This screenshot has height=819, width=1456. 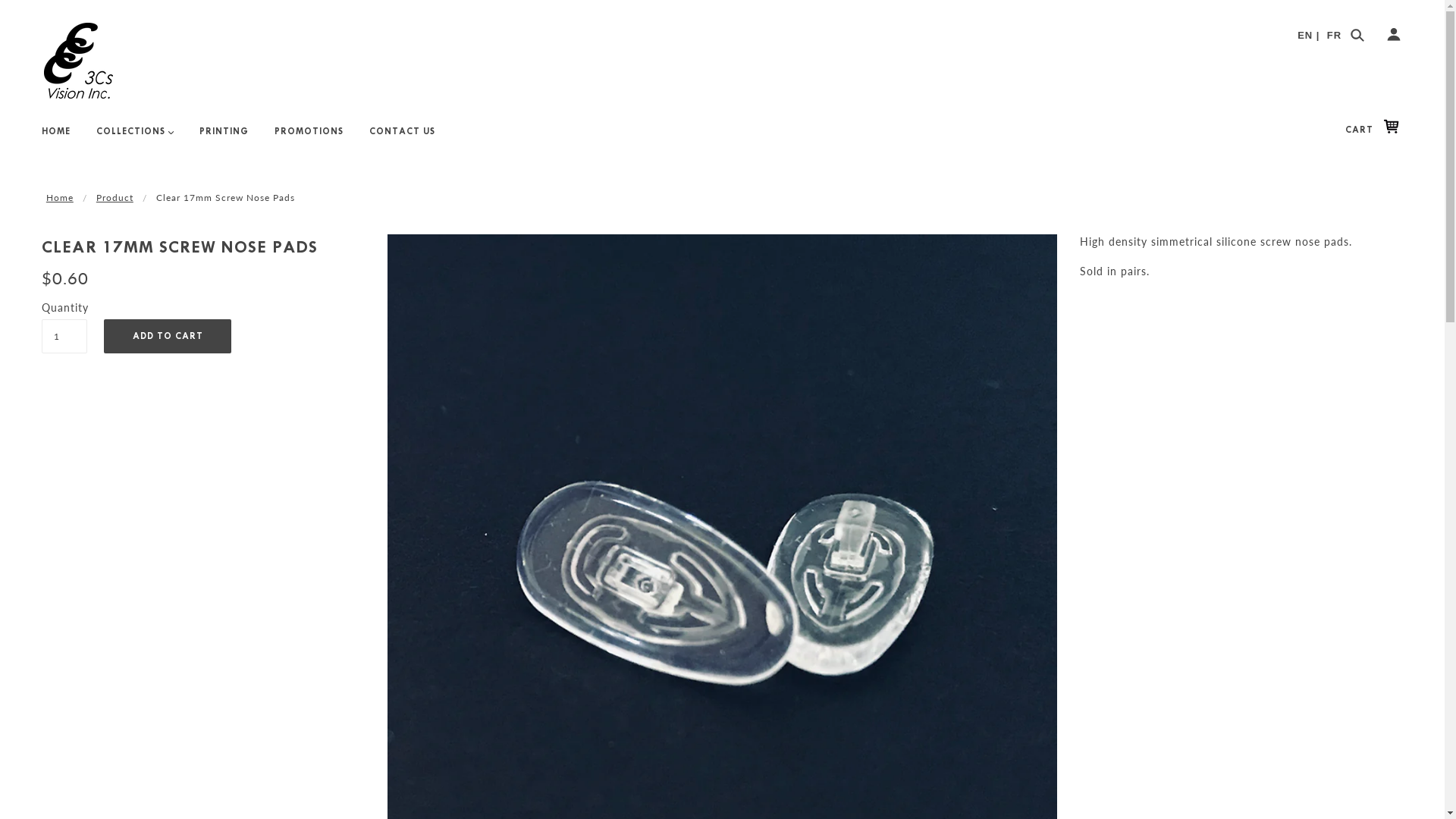 I want to click on 'Product', so click(x=114, y=196).